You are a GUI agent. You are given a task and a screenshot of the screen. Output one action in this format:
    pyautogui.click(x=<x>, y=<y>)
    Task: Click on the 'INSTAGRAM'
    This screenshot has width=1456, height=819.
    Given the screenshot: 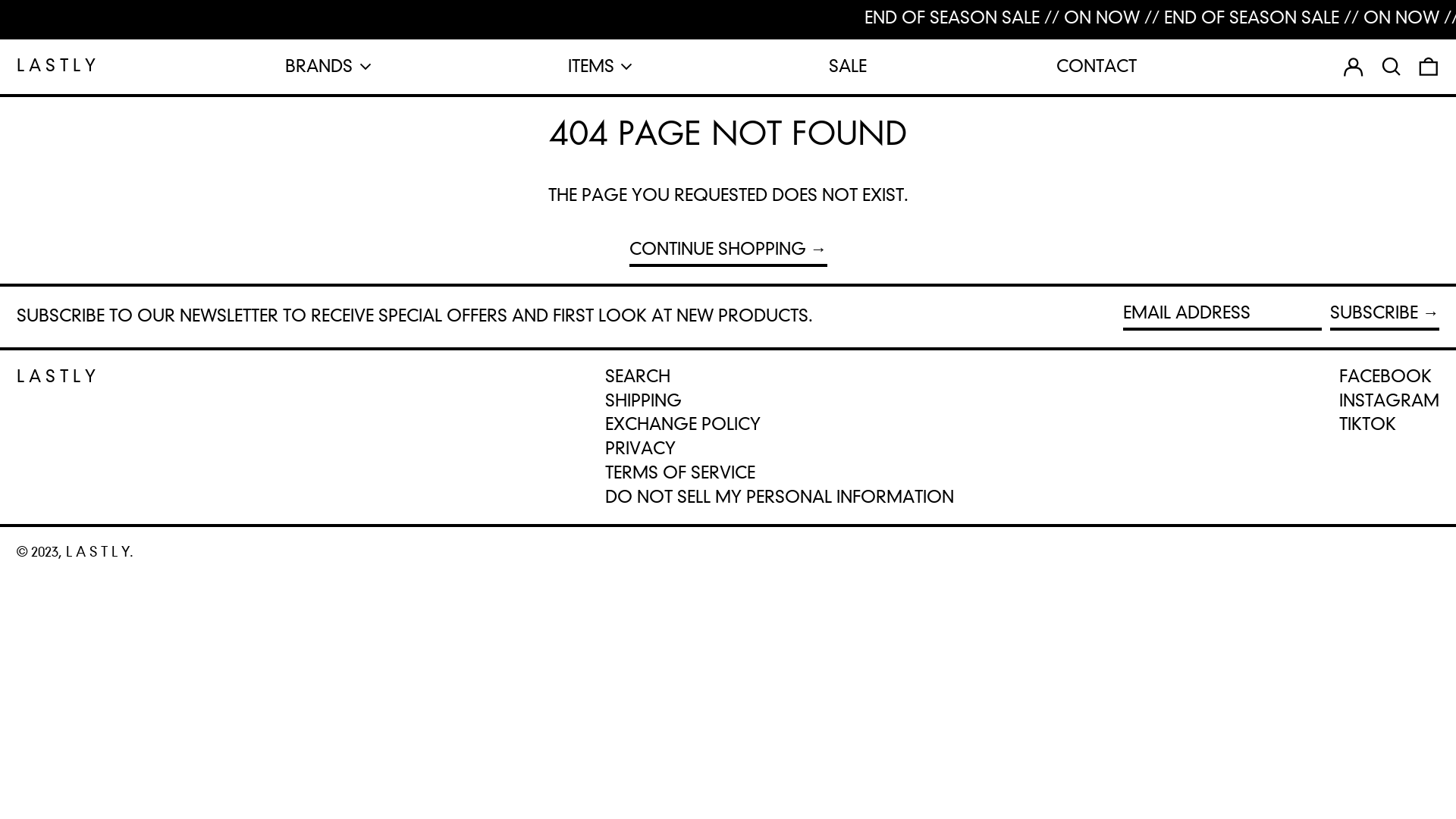 What is the action you would take?
    pyautogui.click(x=1389, y=400)
    